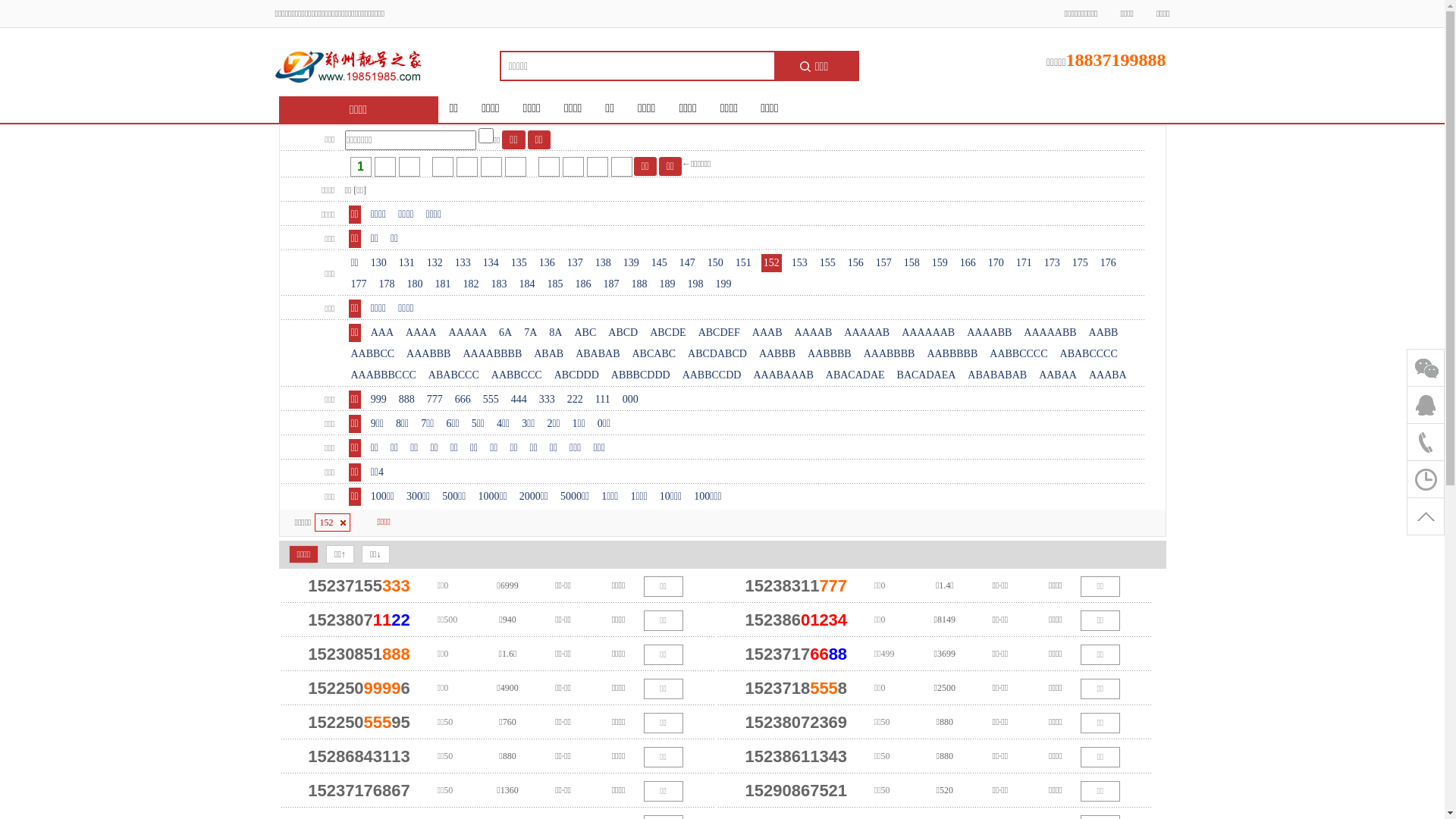  Describe the element at coordinates (375, 284) in the screenshot. I see `'178'` at that location.